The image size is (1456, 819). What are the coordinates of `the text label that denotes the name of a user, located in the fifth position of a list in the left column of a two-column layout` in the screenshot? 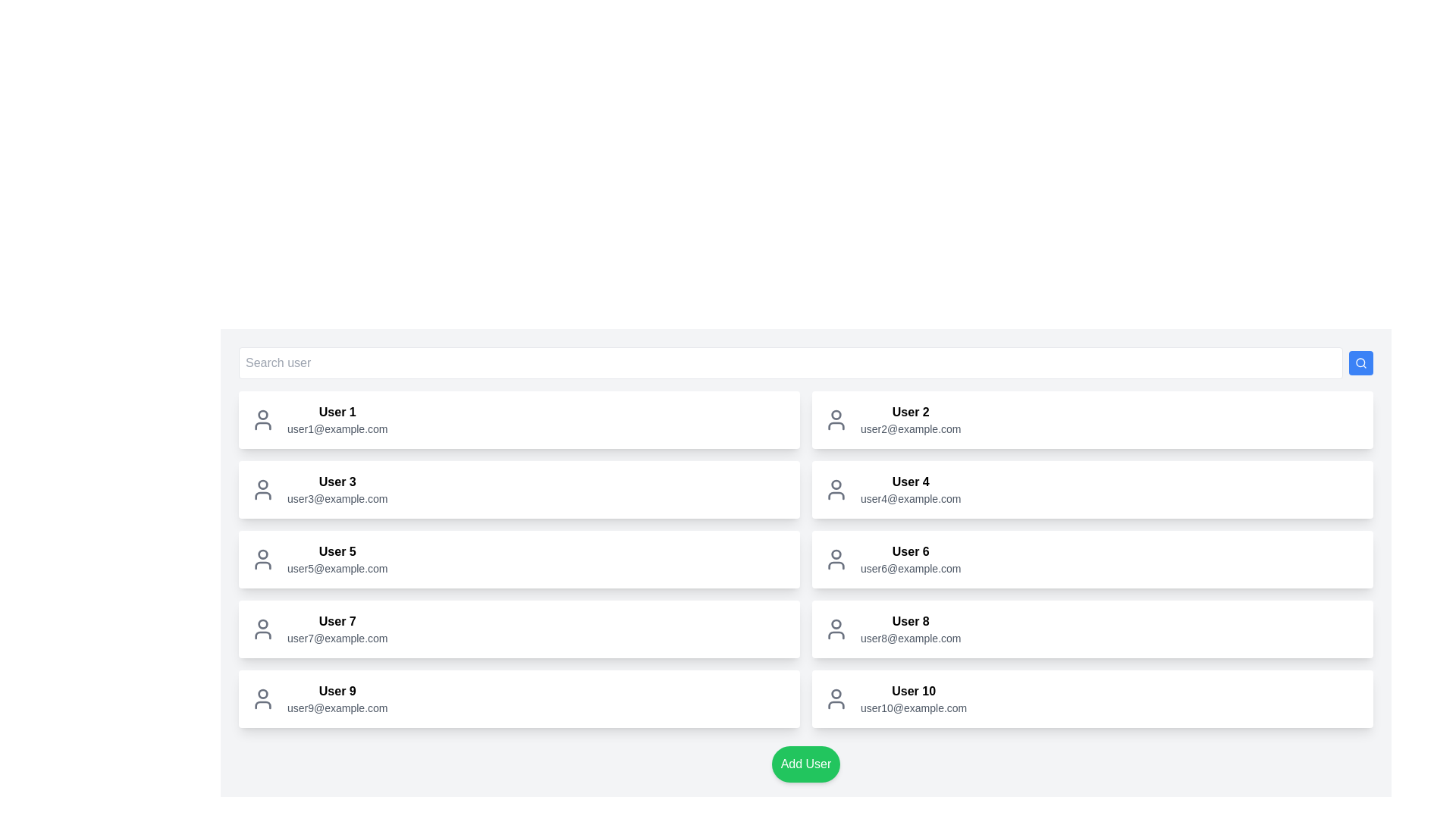 It's located at (337, 622).